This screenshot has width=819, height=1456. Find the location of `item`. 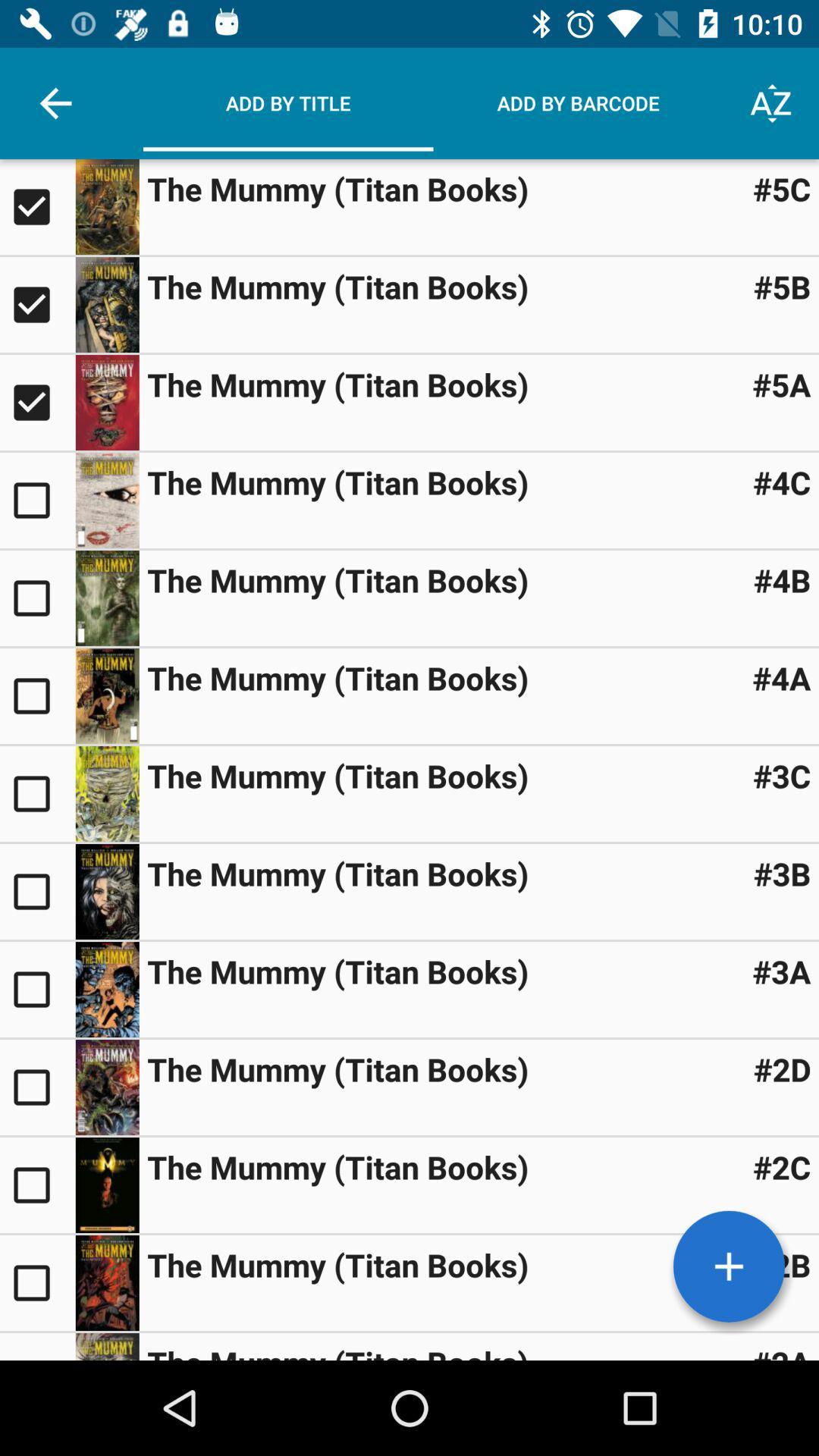

item is located at coordinates (36, 892).